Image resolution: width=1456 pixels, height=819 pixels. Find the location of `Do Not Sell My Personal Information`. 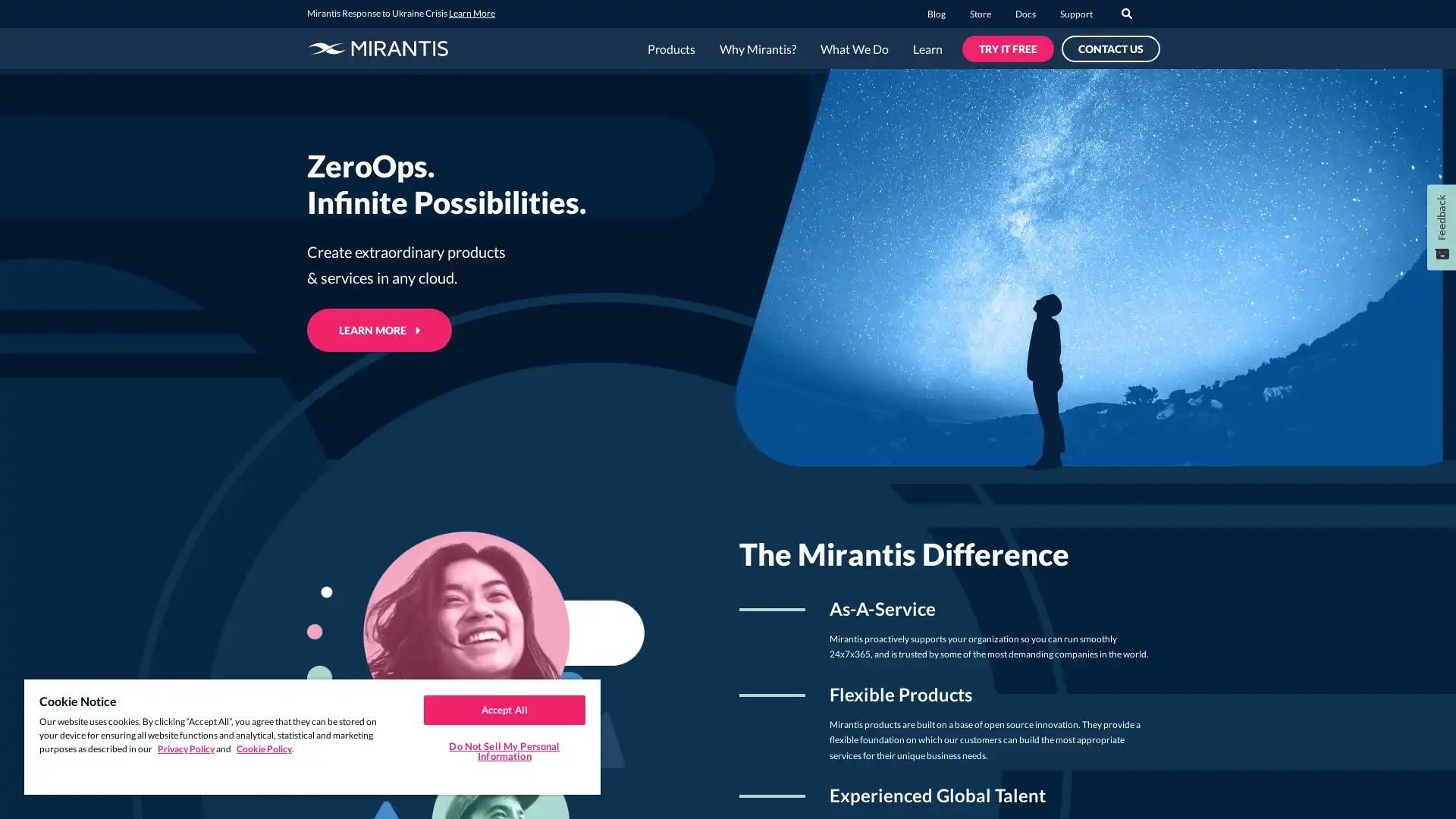

Do Not Sell My Personal Information is located at coordinates (504, 751).